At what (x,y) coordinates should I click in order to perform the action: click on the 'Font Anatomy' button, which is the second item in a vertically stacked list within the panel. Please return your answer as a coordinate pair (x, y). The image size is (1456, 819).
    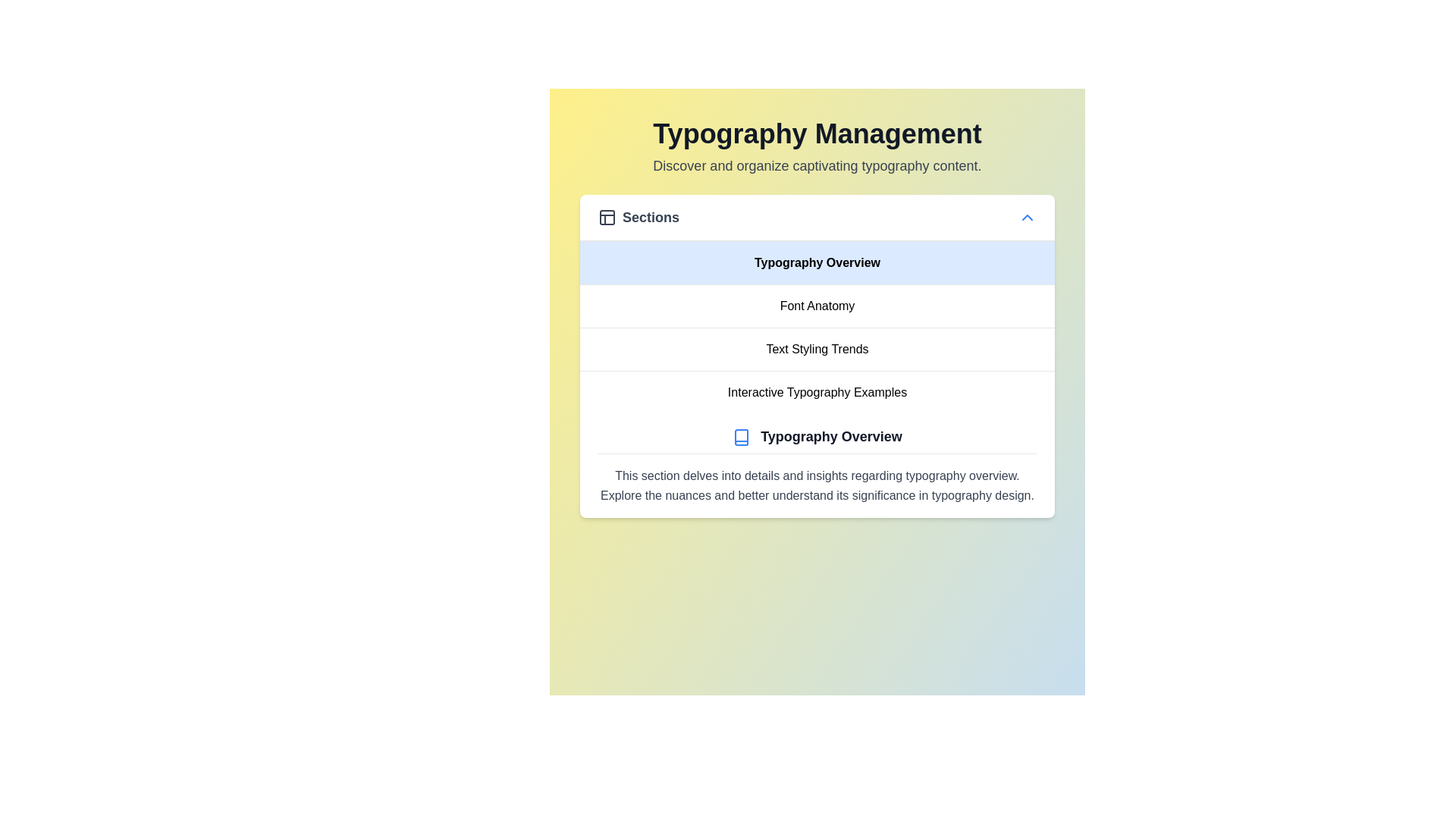
    Looking at the image, I should click on (817, 306).